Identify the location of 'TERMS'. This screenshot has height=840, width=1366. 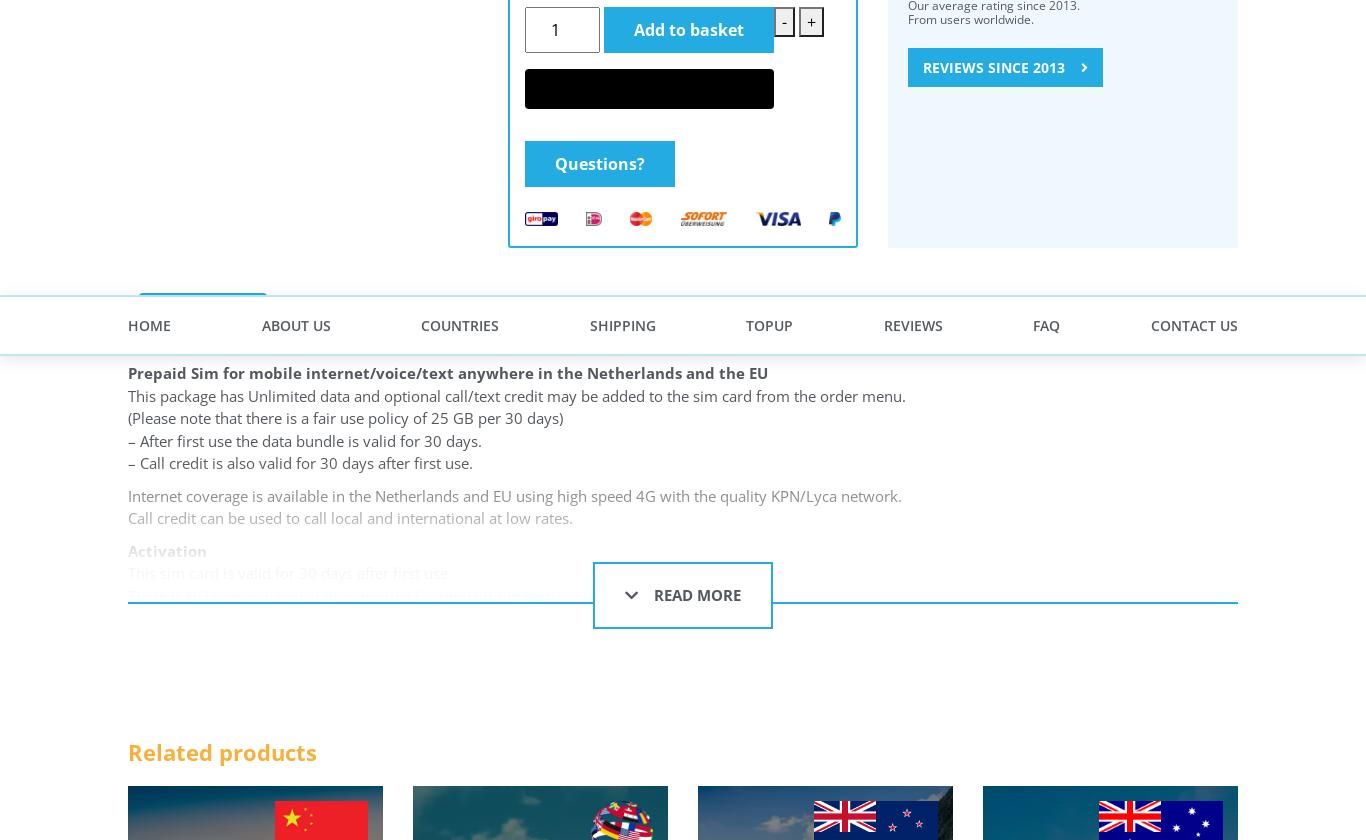
(539, 163).